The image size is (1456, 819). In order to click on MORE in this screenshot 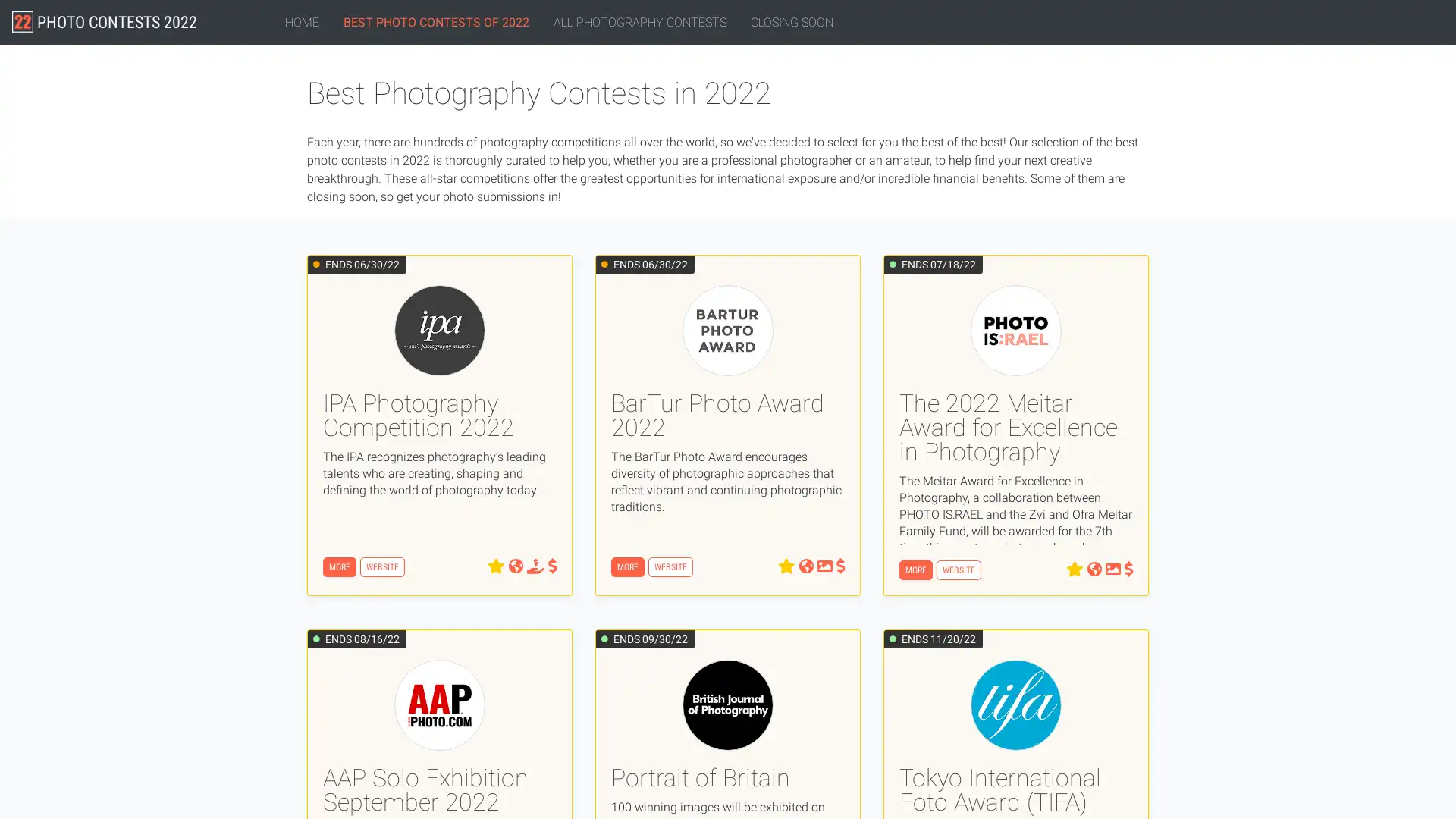, I will do `click(338, 567)`.